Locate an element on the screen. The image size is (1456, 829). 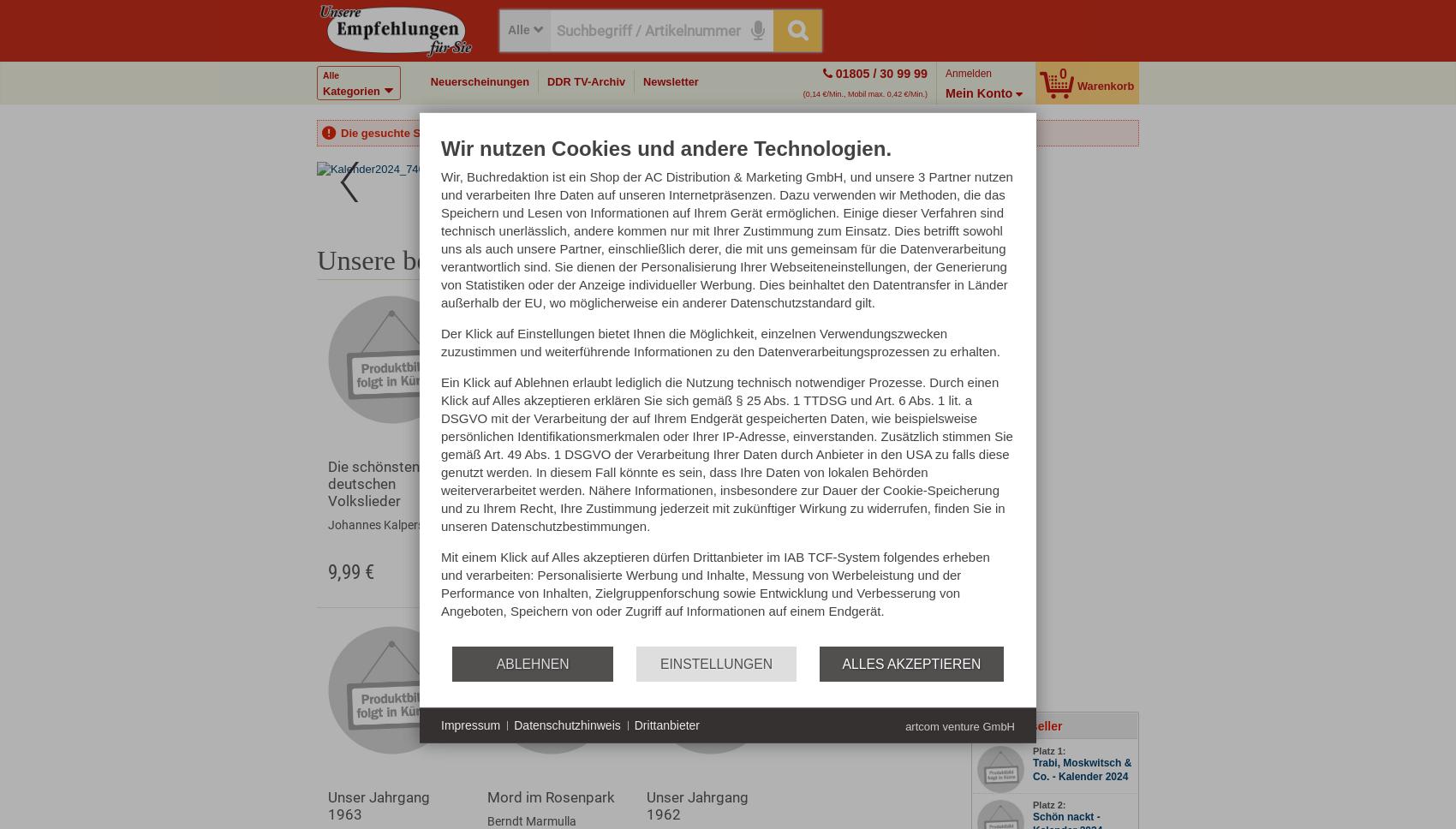
'Exklusiv' is located at coordinates (517, 295).